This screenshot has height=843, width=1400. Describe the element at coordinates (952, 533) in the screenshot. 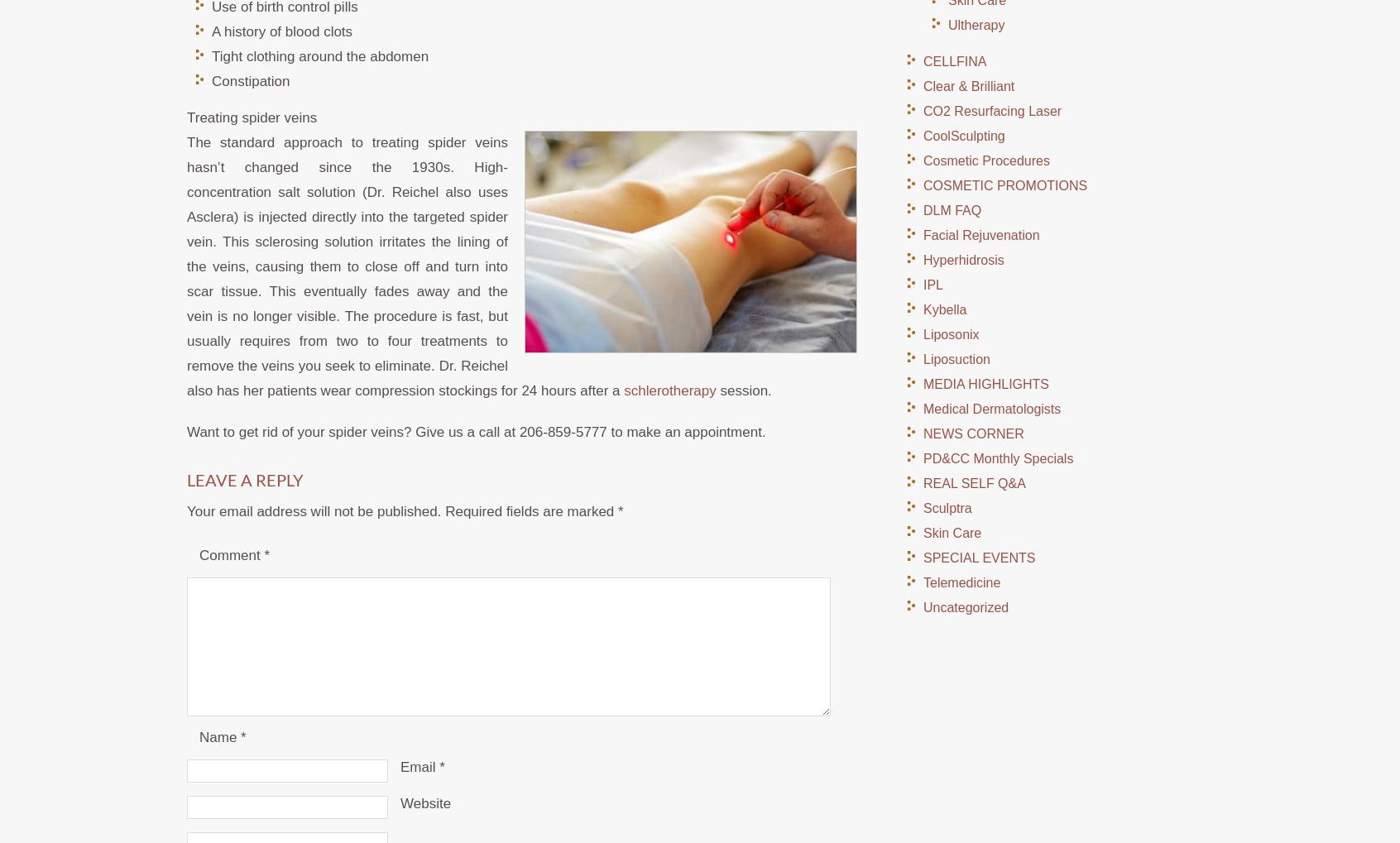

I see `'Skin Care'` at that location.